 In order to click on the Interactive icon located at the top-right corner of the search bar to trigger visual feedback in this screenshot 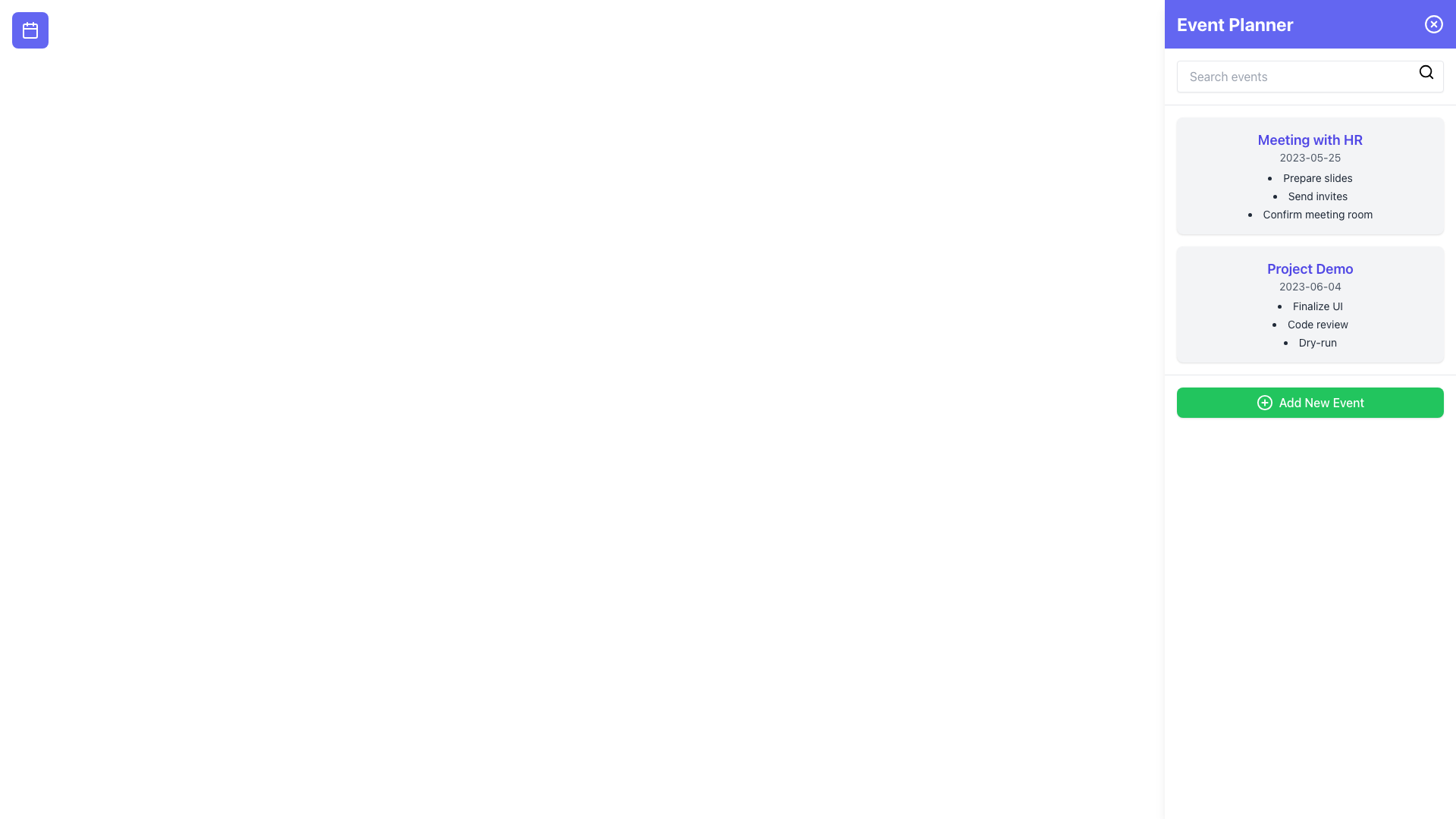, I will do `click(1426, 72)`.